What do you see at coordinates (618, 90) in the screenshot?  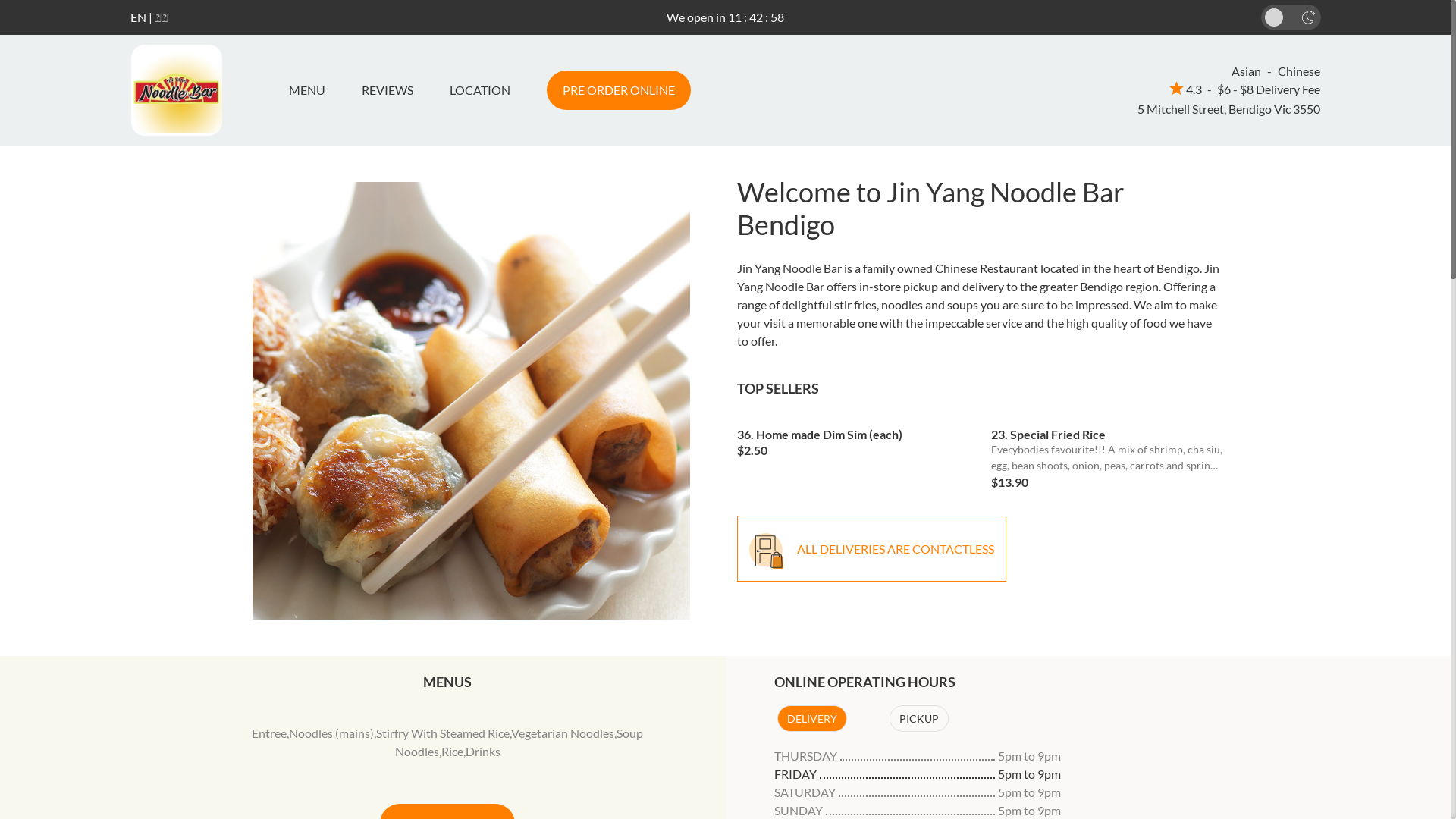 I see `'PRE ORDER ONLINE'` at bounding box center [618, 90].